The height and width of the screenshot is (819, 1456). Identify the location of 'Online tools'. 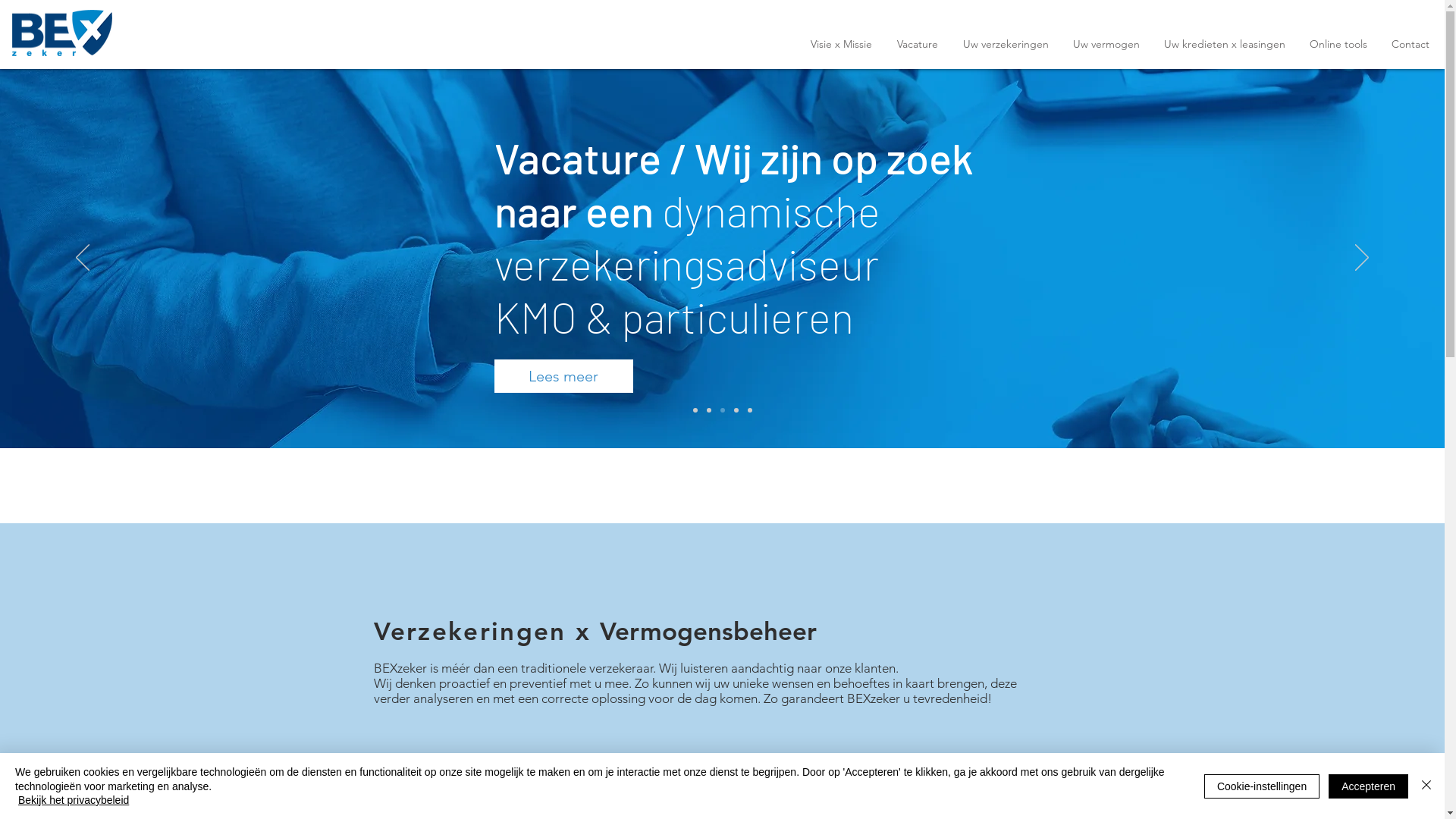
(1338, 43).